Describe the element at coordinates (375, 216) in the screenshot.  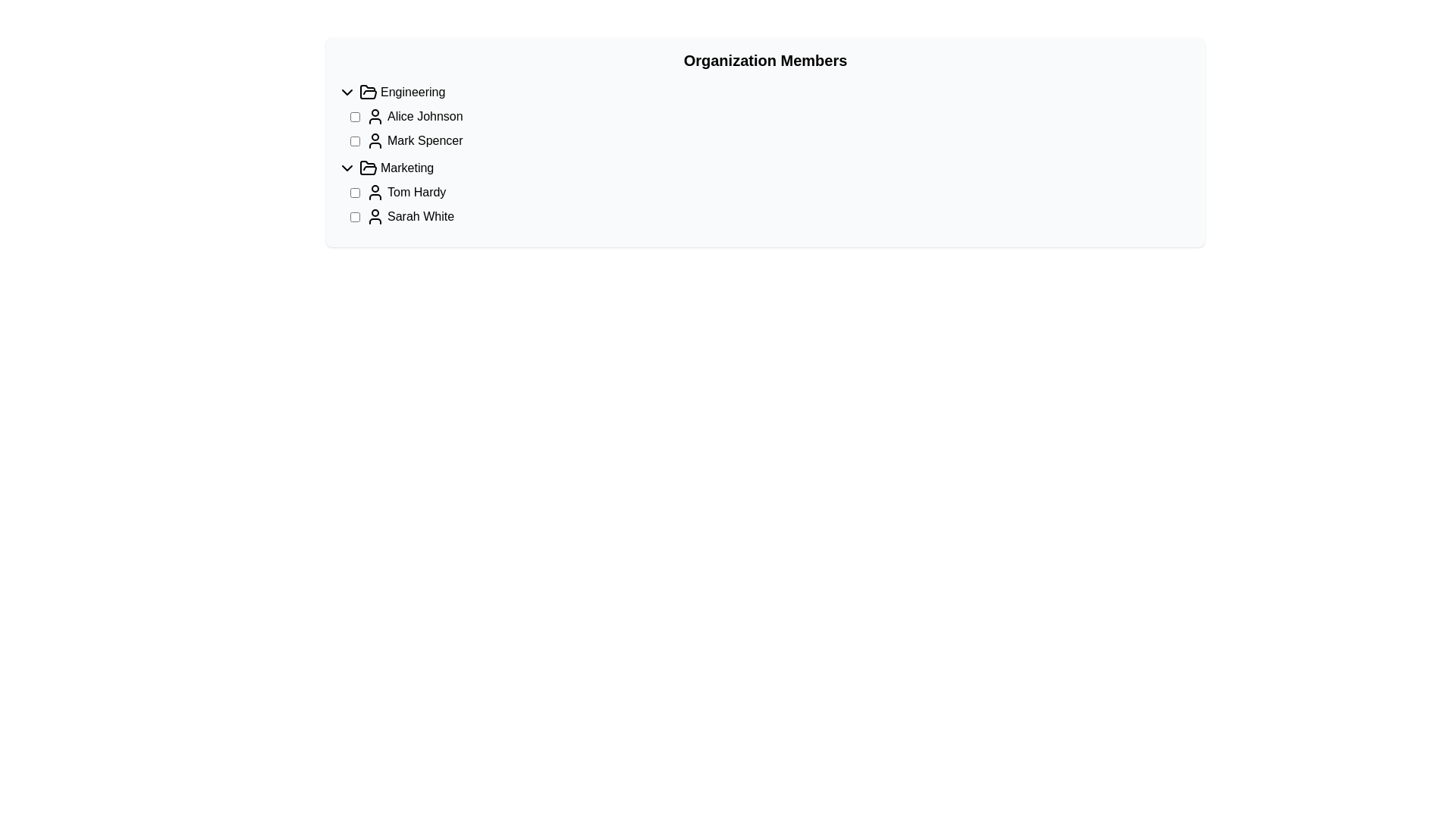
I see `the user silhouette icon located to the left of the text 'Sarah White' in the 'Marketing' section of the 'Organization Members' list` at that location.